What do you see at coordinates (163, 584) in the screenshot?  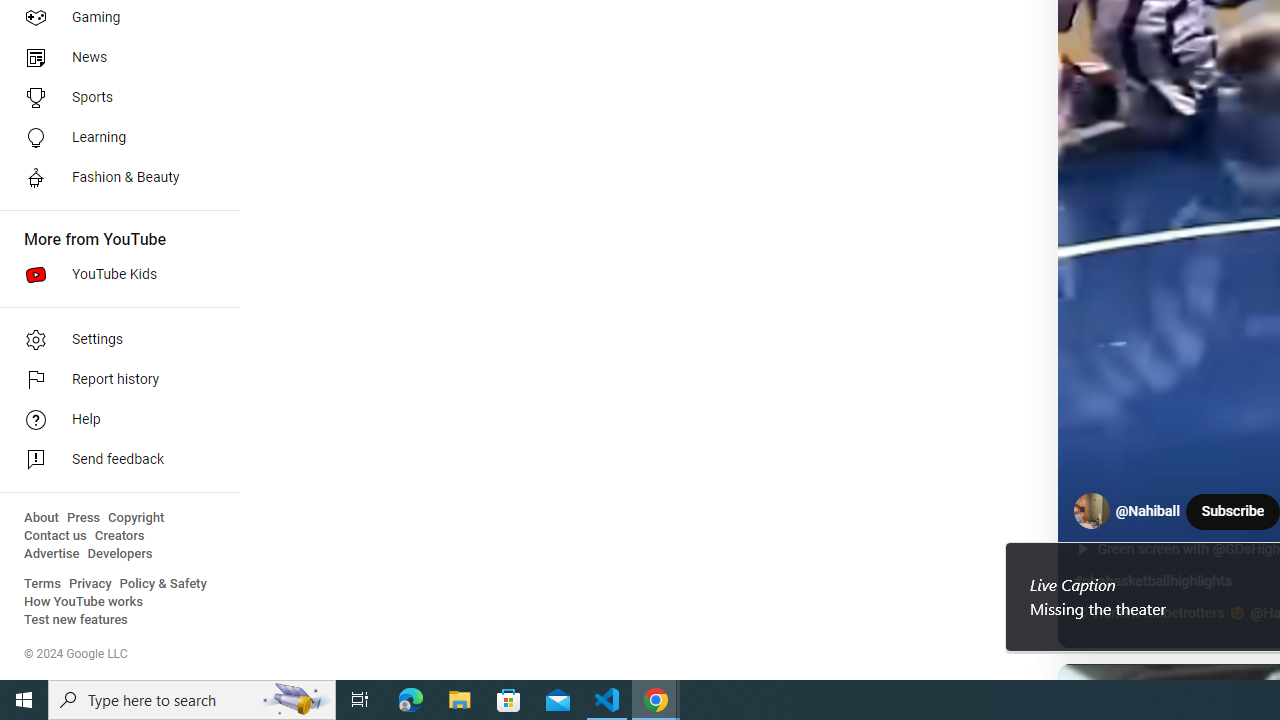 I see `'Policy & Safety'` at bounding box center [163, 584].